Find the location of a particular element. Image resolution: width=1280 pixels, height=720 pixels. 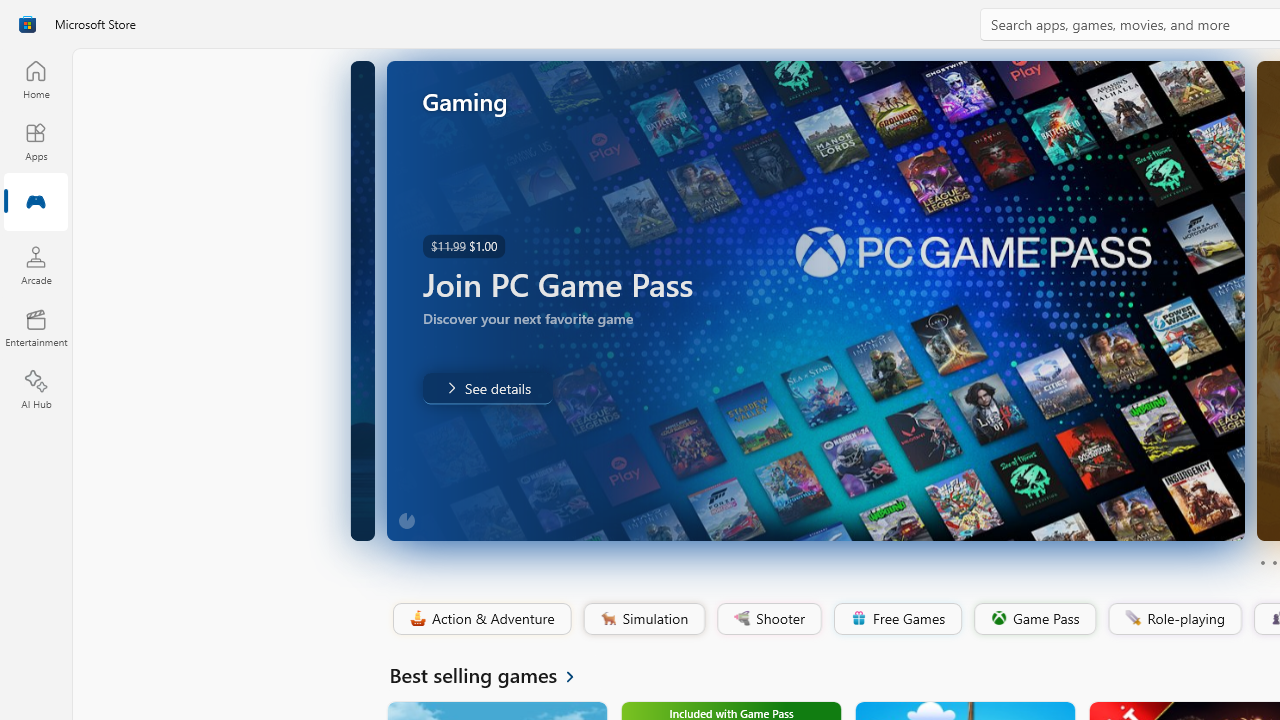

'Page 1' is located at coordinates (1261, 563).